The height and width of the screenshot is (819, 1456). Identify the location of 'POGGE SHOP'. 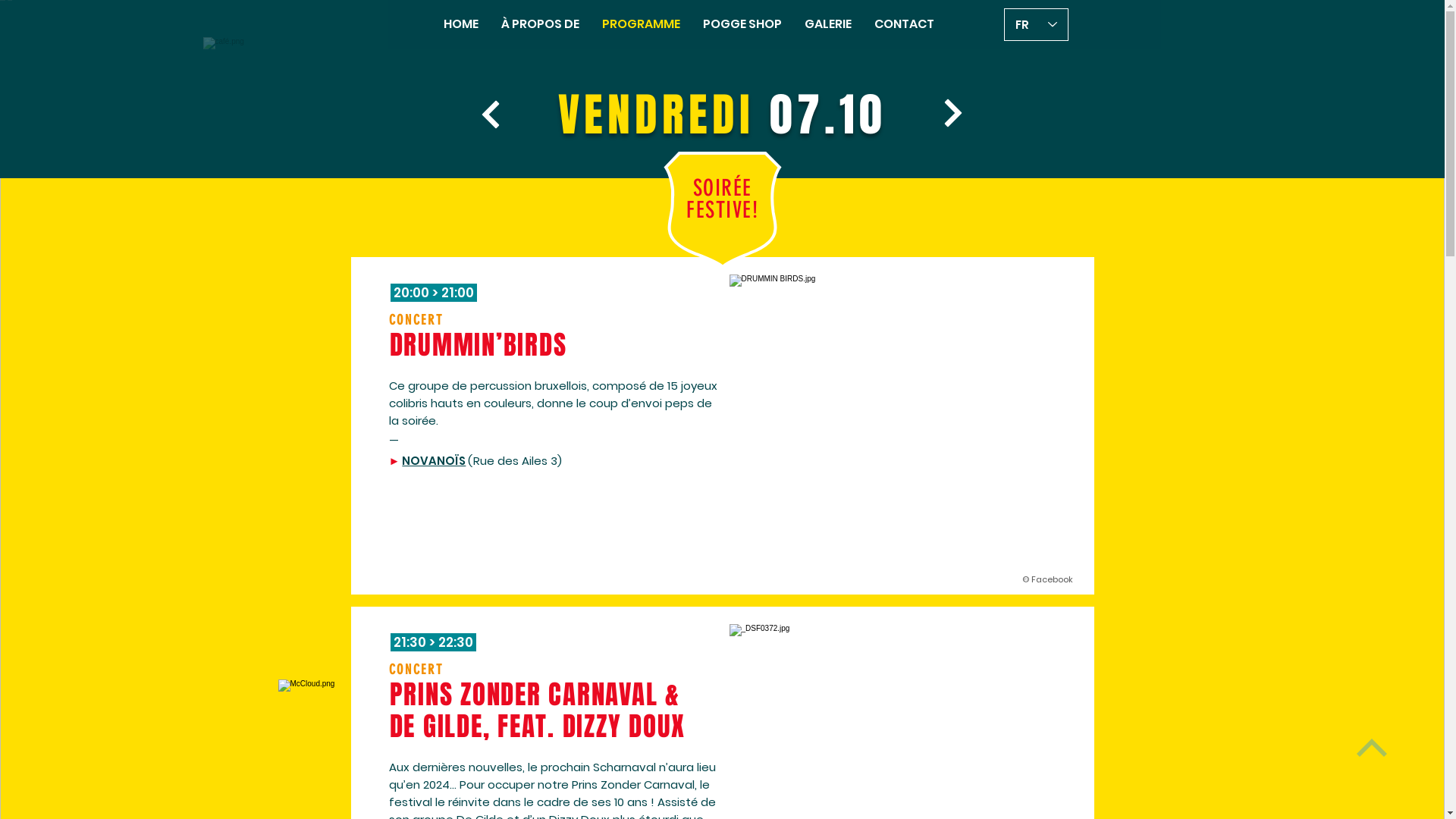
(691, 24).